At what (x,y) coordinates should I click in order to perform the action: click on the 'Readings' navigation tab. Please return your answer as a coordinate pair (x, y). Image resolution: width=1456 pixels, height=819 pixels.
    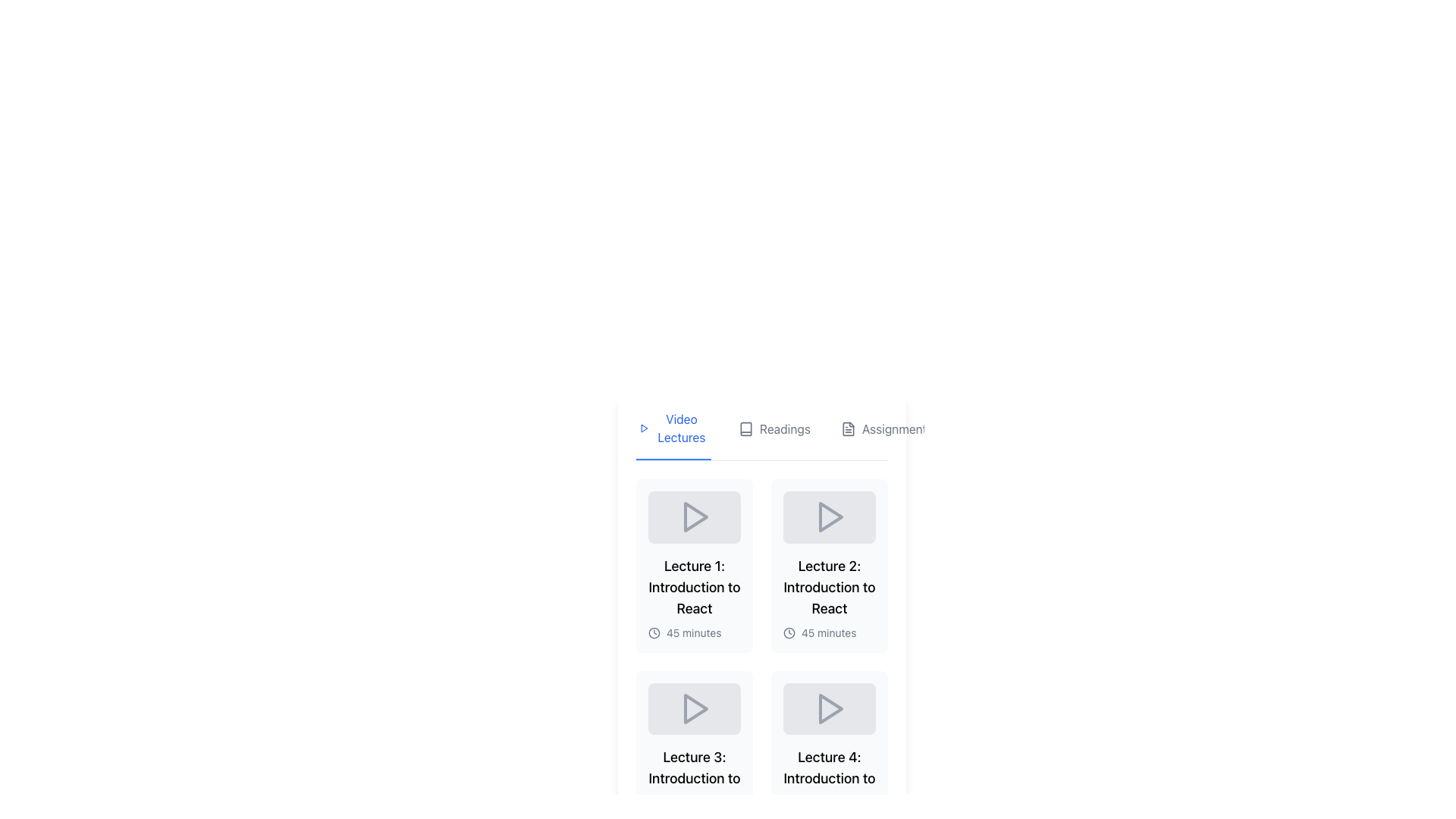
    Looking at the image, I should click on (785, 429).